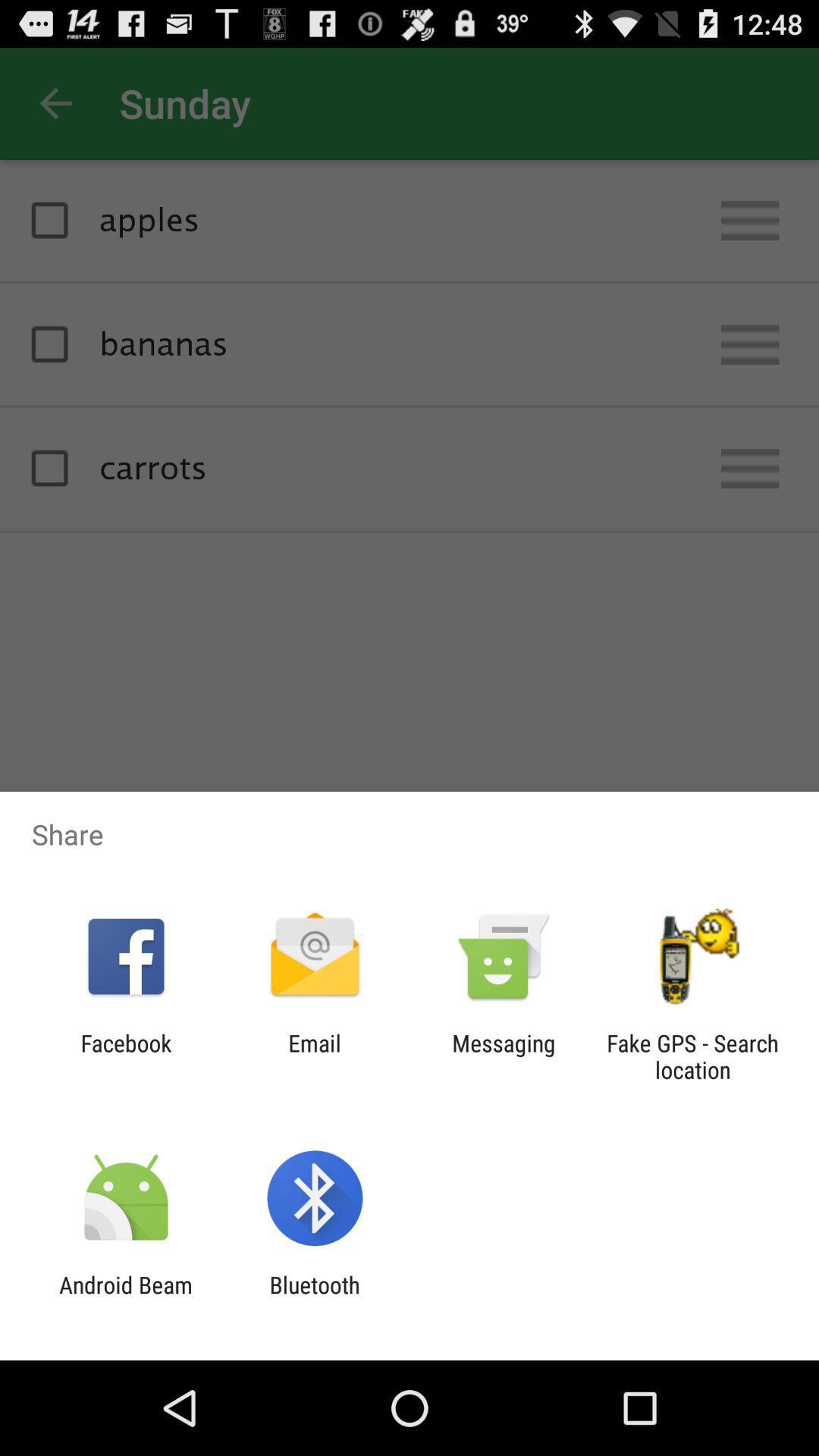 Image resolution: width=819 pixels, height=1456 pixels. What do you see at coordinates (504, 1056) in the screenshot?
I see `the messaging` at bounding box center [504, 1056].